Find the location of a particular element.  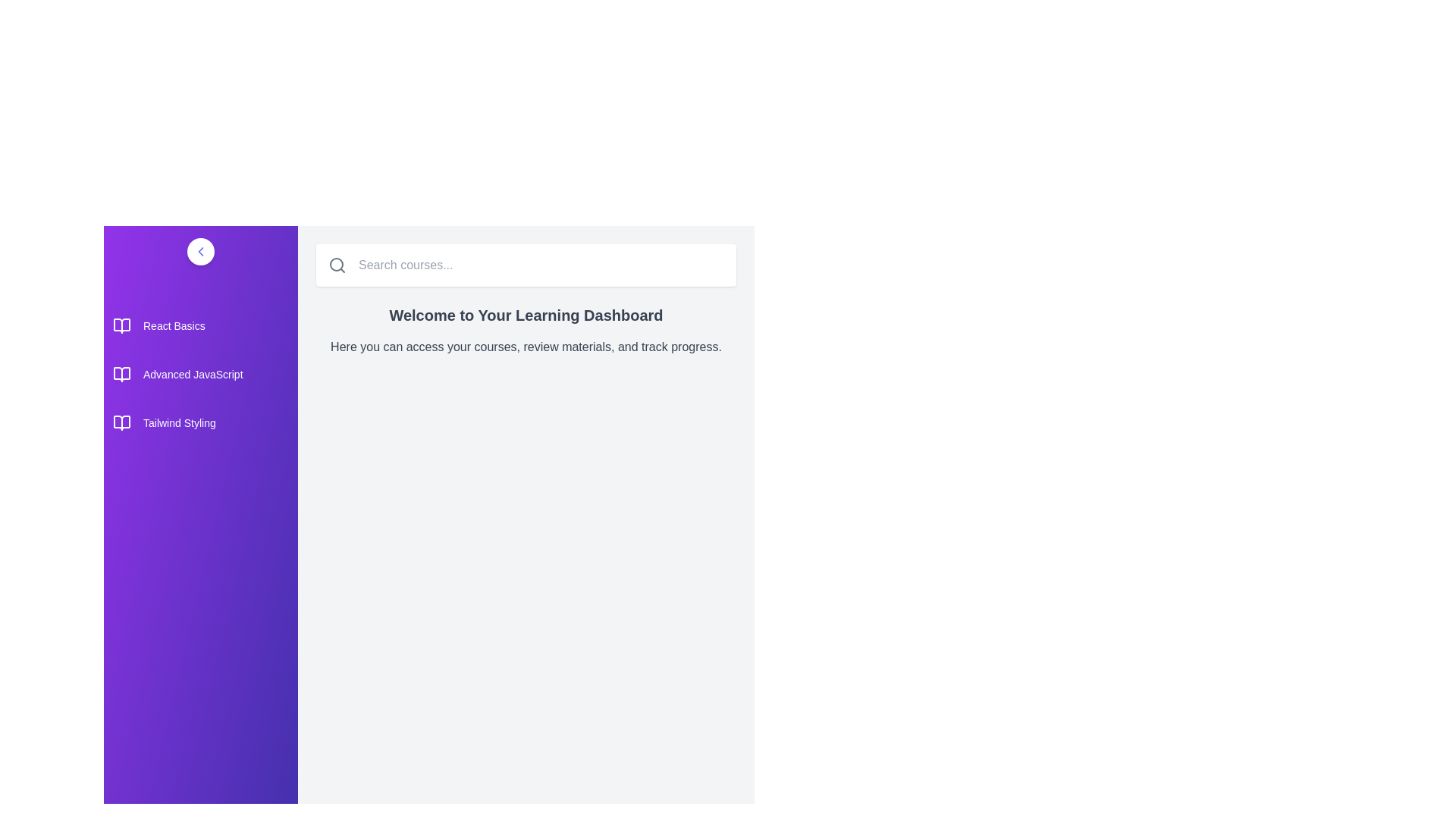

toggle button to change the drawer's visibility is located at coordinates (199, 250).